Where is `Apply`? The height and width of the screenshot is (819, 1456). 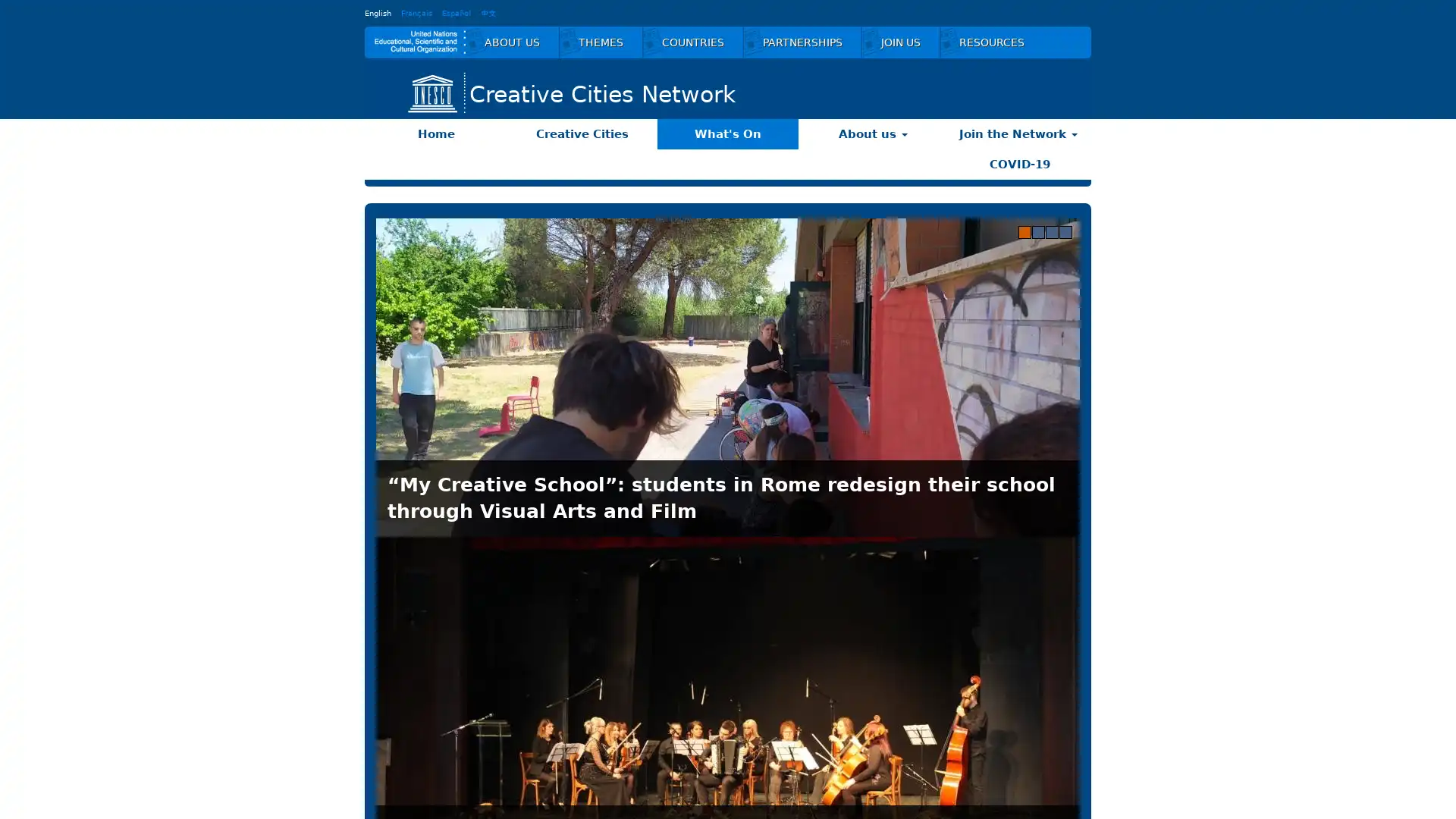
Apply is located at coordinates (1041, 748).